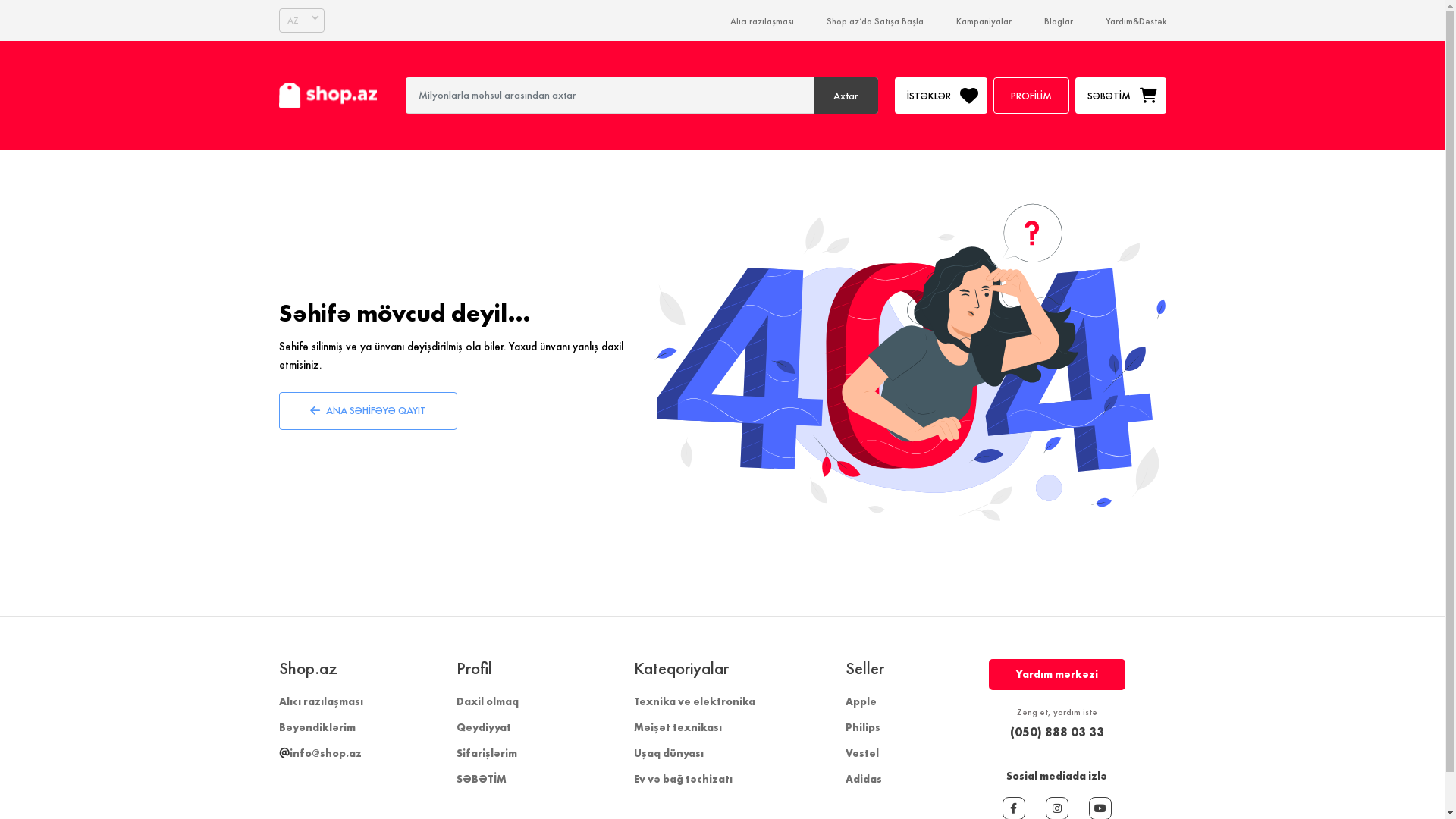  What do you see at coordinates (1057, 20) in the screenshot?
I see `'Bloglar'` at bounding box center [1057, 20].